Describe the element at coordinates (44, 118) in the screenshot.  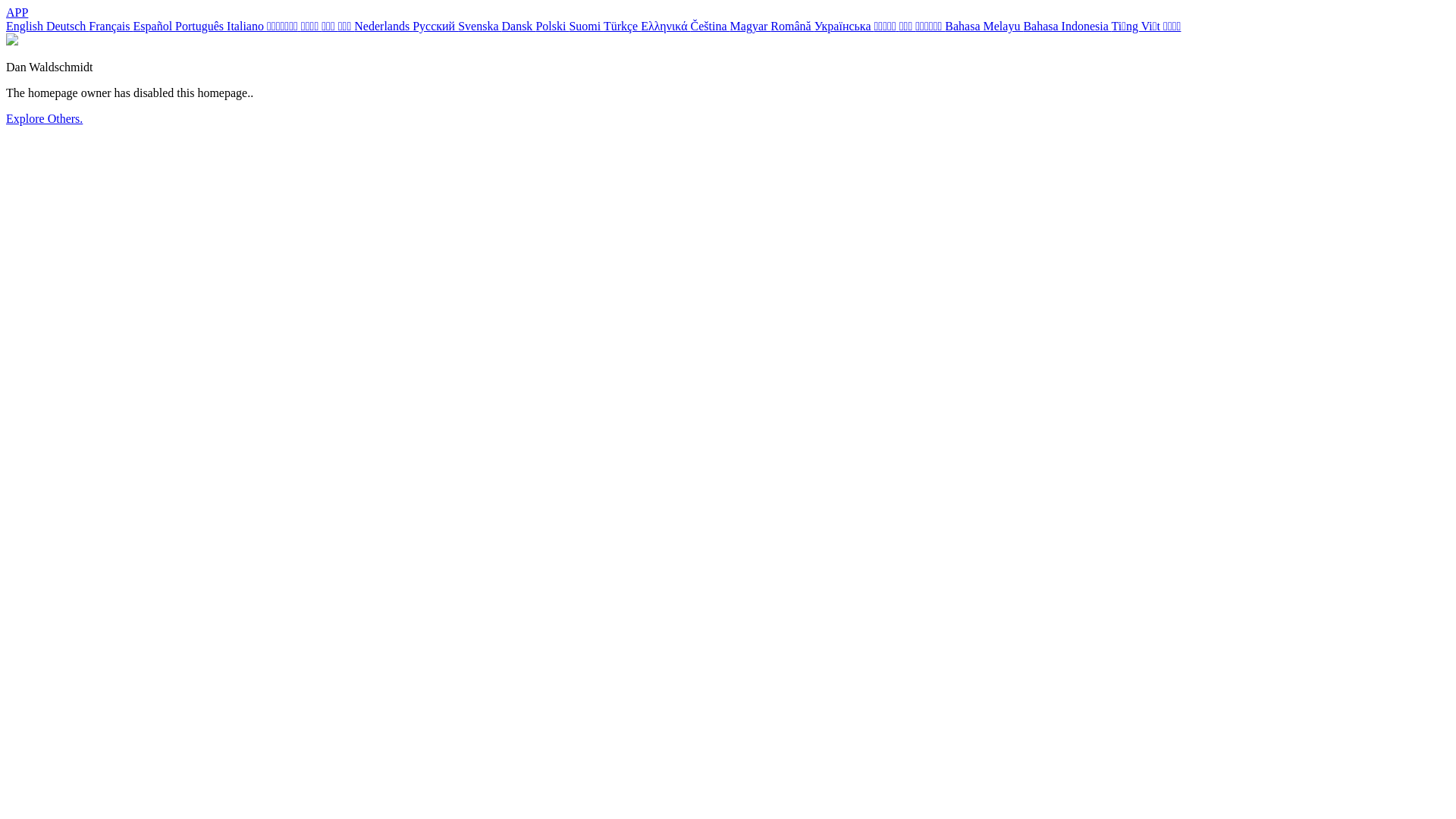
I see `'Explore Others.'` at that location.